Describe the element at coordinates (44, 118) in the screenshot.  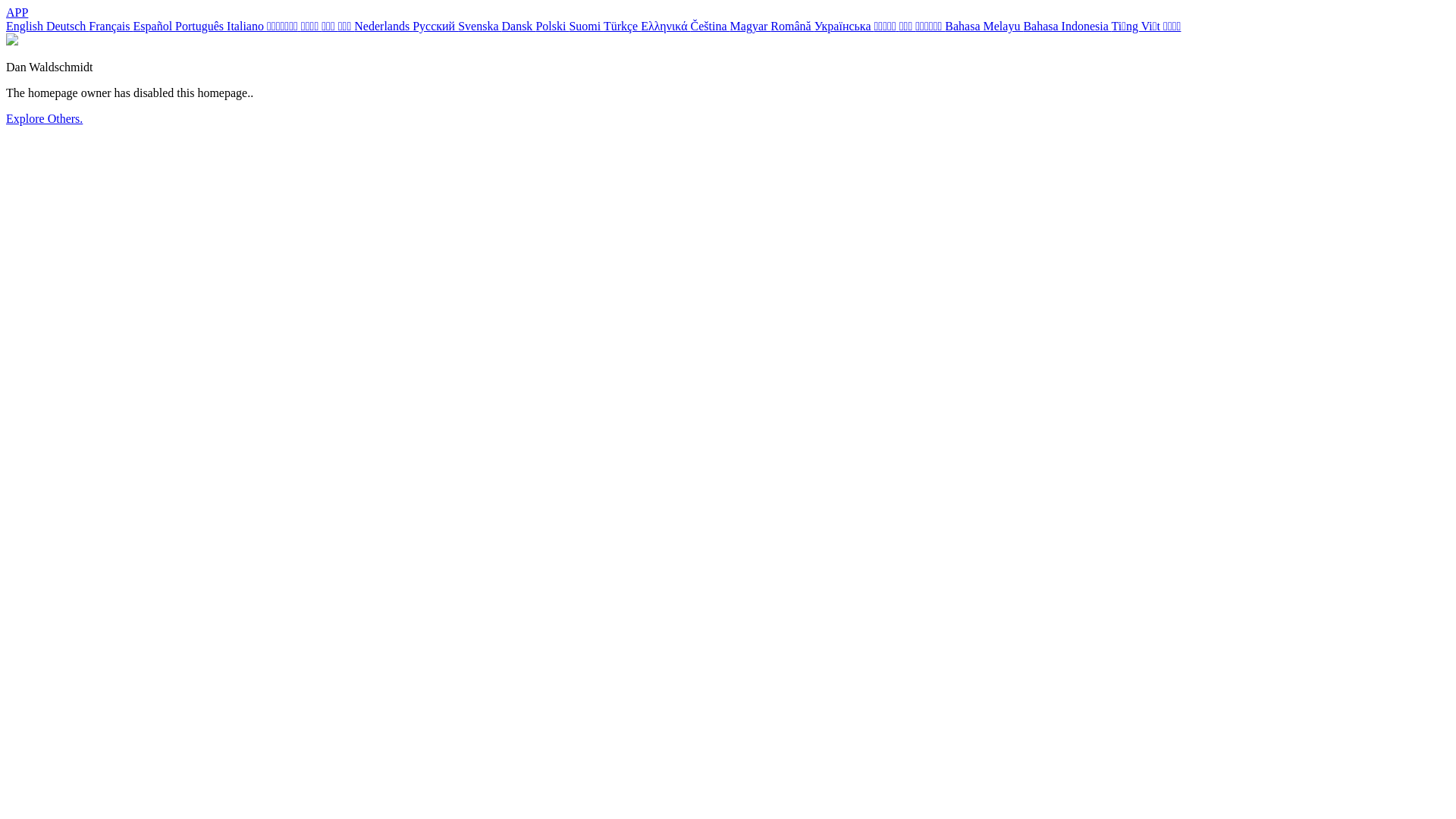
I see `'Explore Others.'` at that location.